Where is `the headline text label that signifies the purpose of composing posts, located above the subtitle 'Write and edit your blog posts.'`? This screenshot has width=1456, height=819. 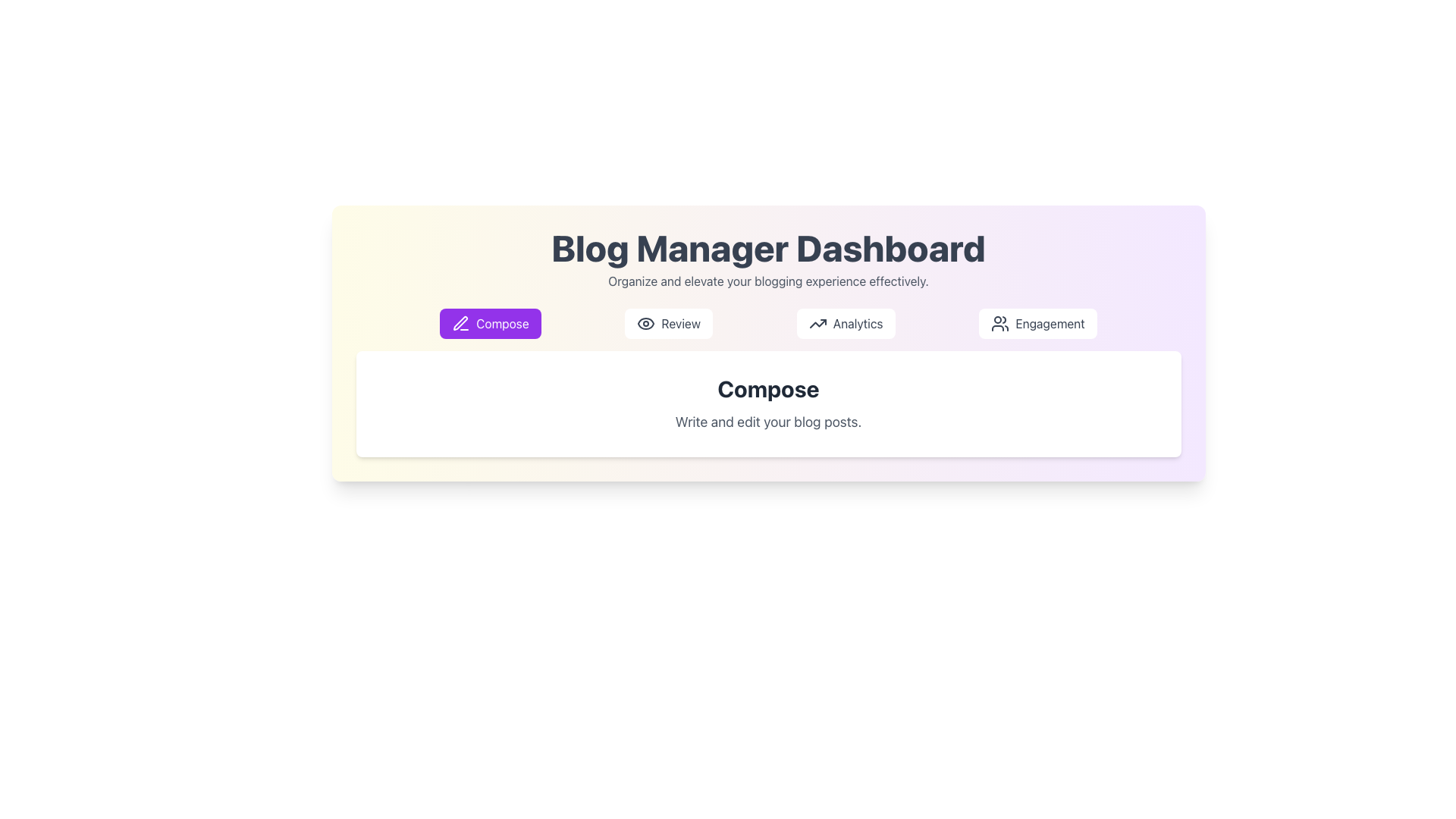 the headline text label that signifies the purpose of composing posts, located above the subtitle 'Write and edit your blog posts.' is located at coordinates (768, 388).